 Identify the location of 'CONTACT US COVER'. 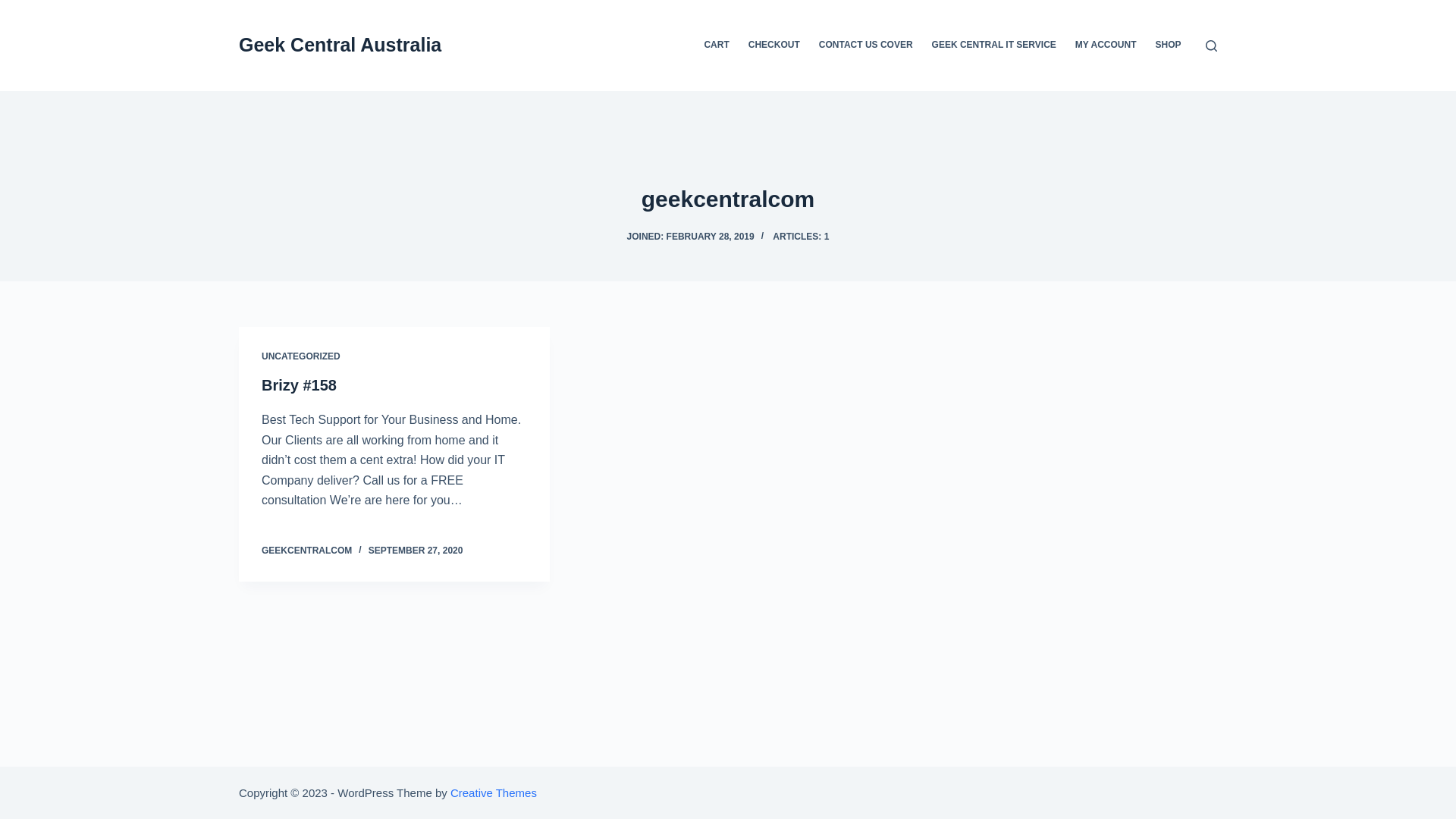
(865, 45).